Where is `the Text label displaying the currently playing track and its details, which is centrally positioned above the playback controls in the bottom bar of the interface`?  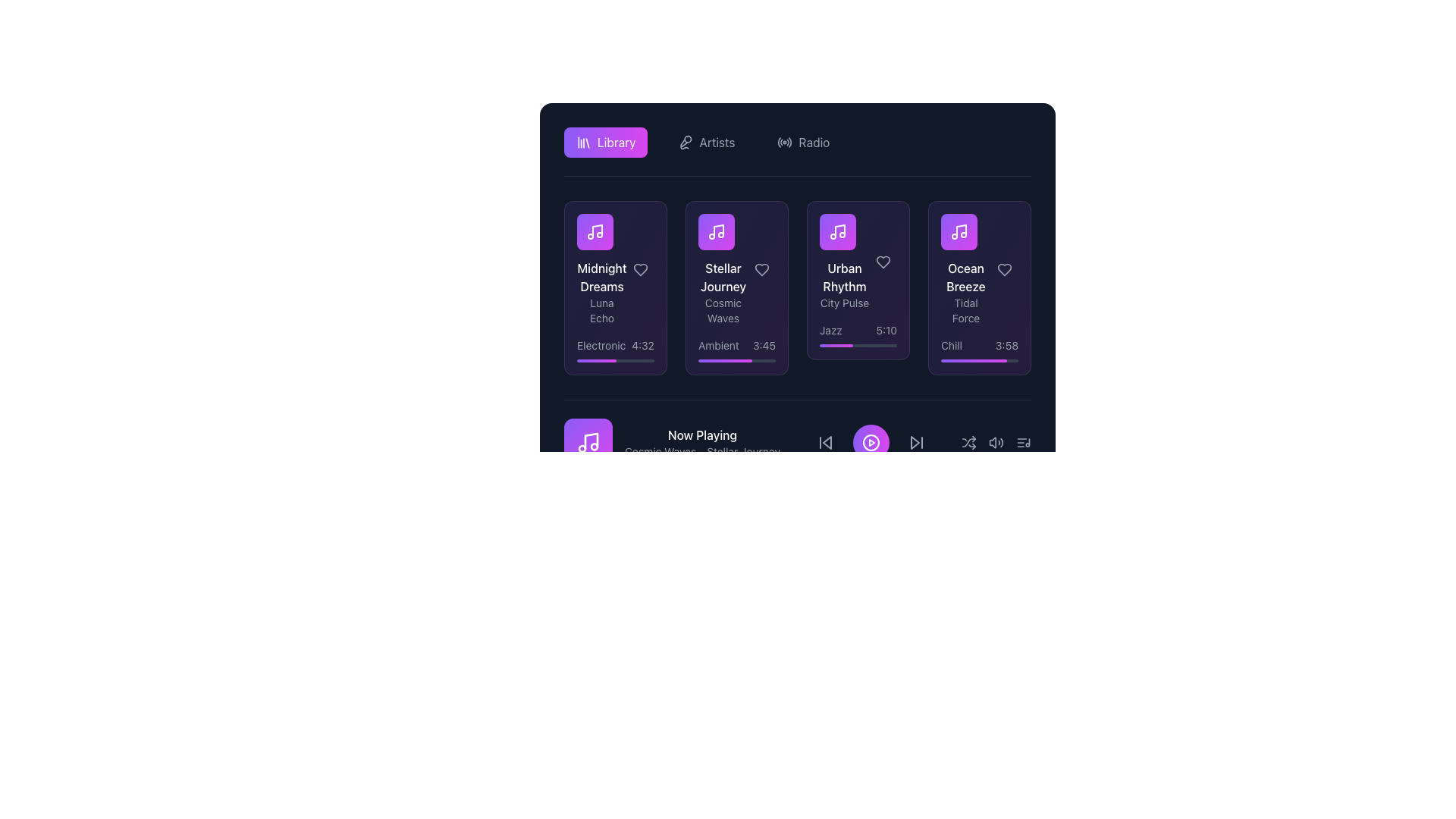
the Text label displaying the currently playing track and its details, which is centrally positioned above the playback controls in the bottom bar of the interface is located at coordinates (701, 442).